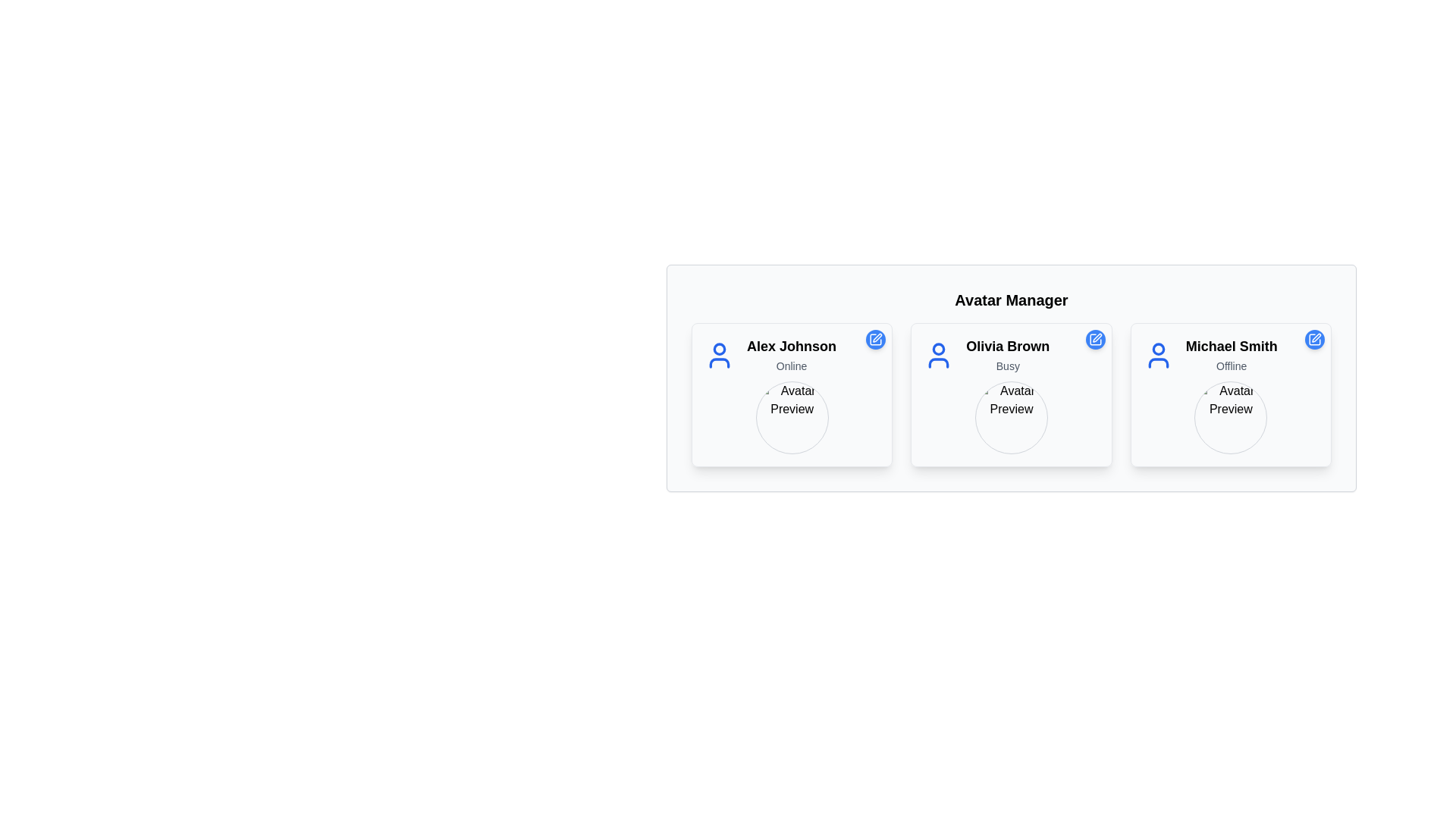  Describe the element at coordinates (876, 338) in the screenshot. I see `the edit button located at the top-right corner of the user card for 'Alex Johnson'` at that location.